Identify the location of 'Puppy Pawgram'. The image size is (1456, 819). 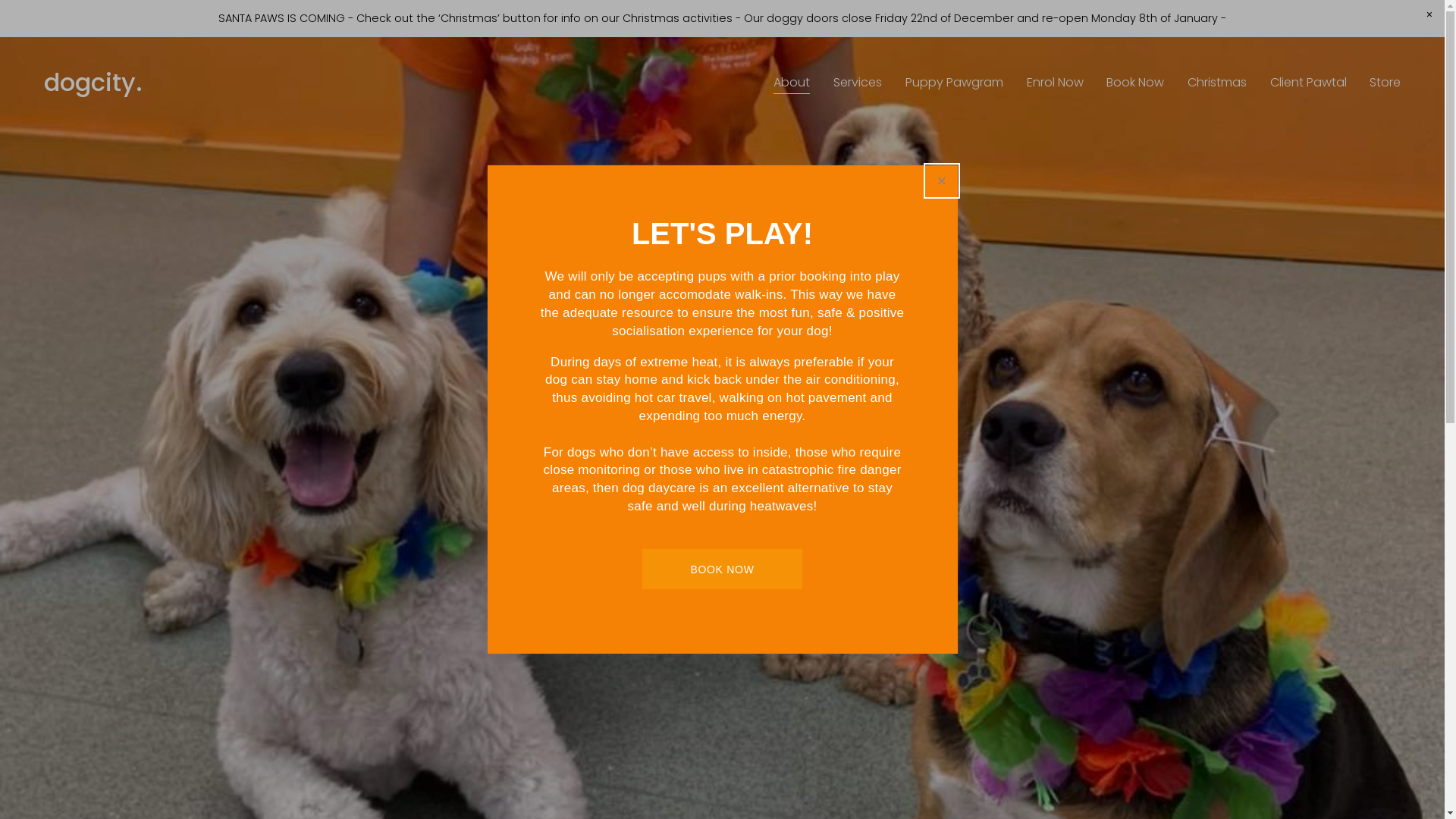
(953, 83).